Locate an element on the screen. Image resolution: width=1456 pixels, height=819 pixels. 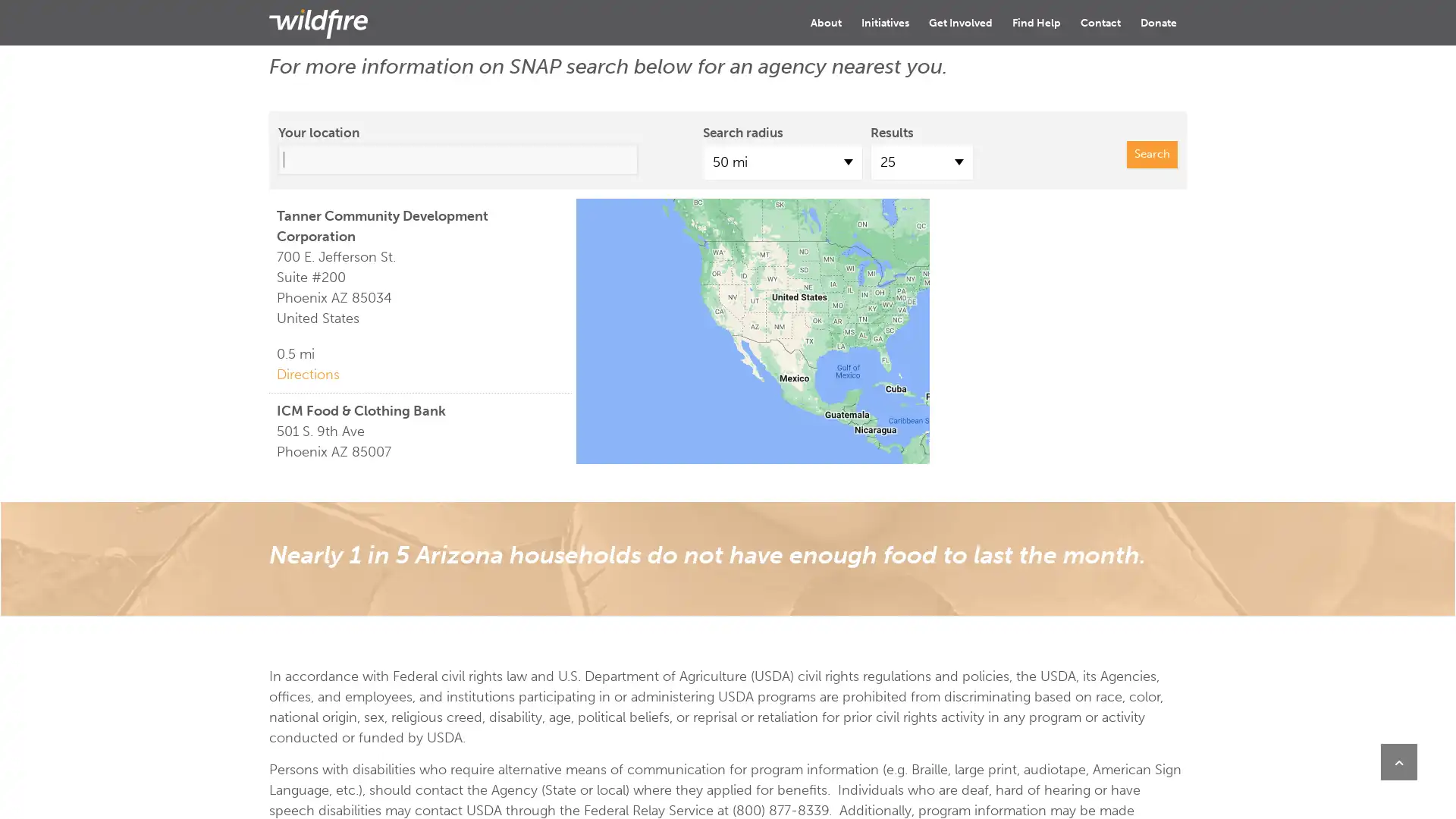
Maricopa Roosevelt WIC is located at coordinates (890, 314).